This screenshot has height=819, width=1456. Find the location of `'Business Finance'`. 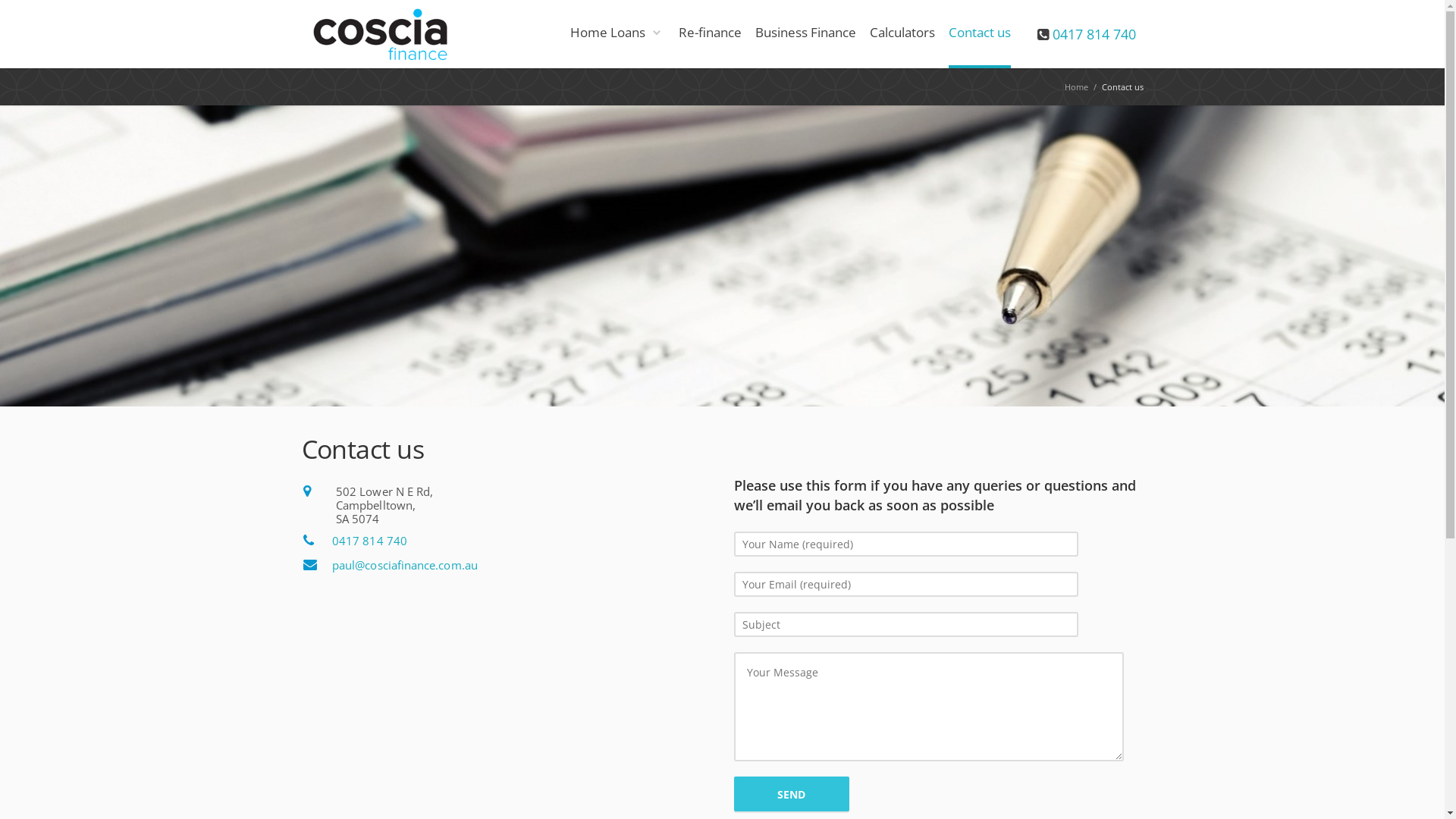

'Business Finance' is located at coordinates (755, 34).